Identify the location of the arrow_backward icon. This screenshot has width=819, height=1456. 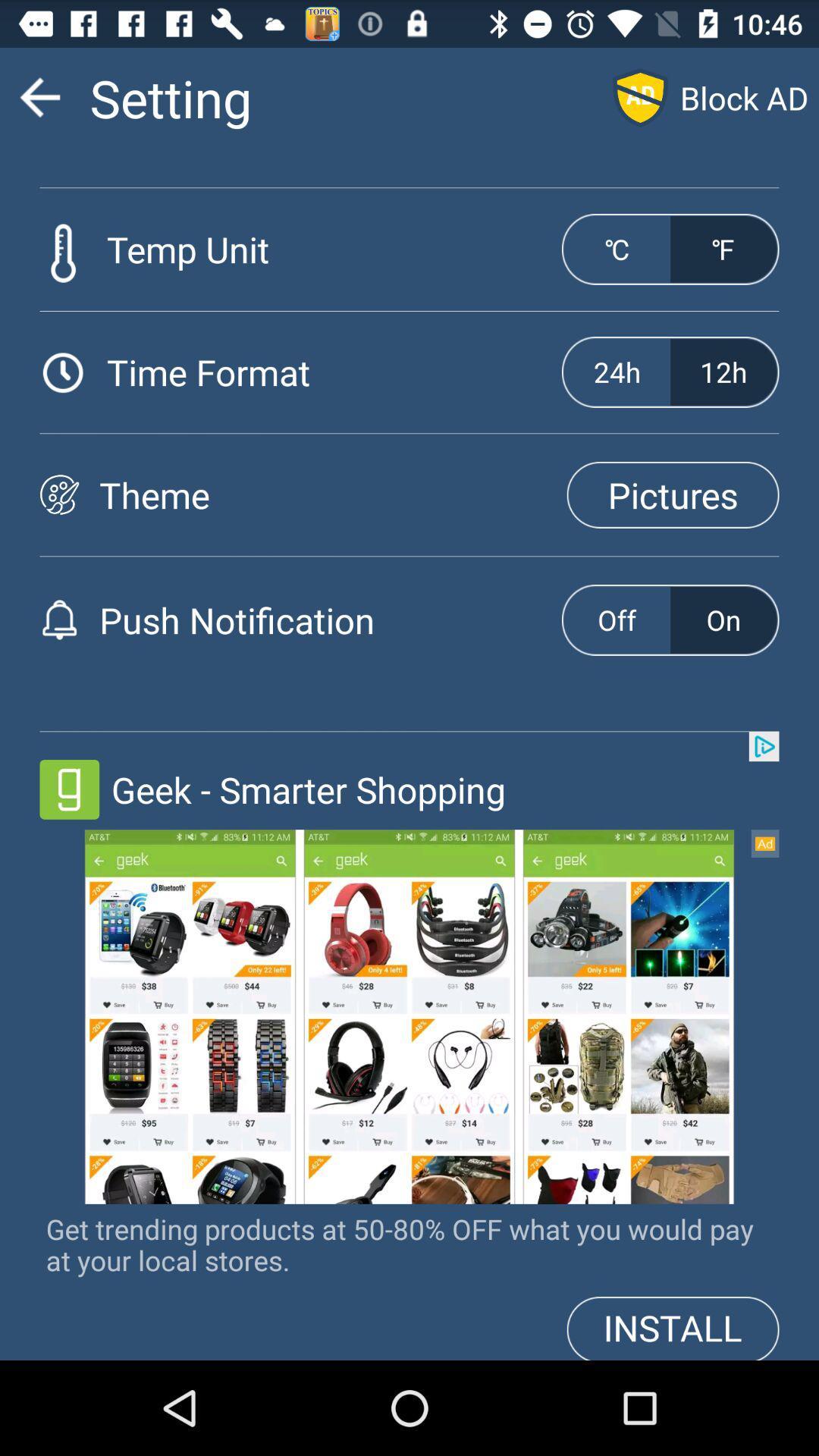
(39, 103).